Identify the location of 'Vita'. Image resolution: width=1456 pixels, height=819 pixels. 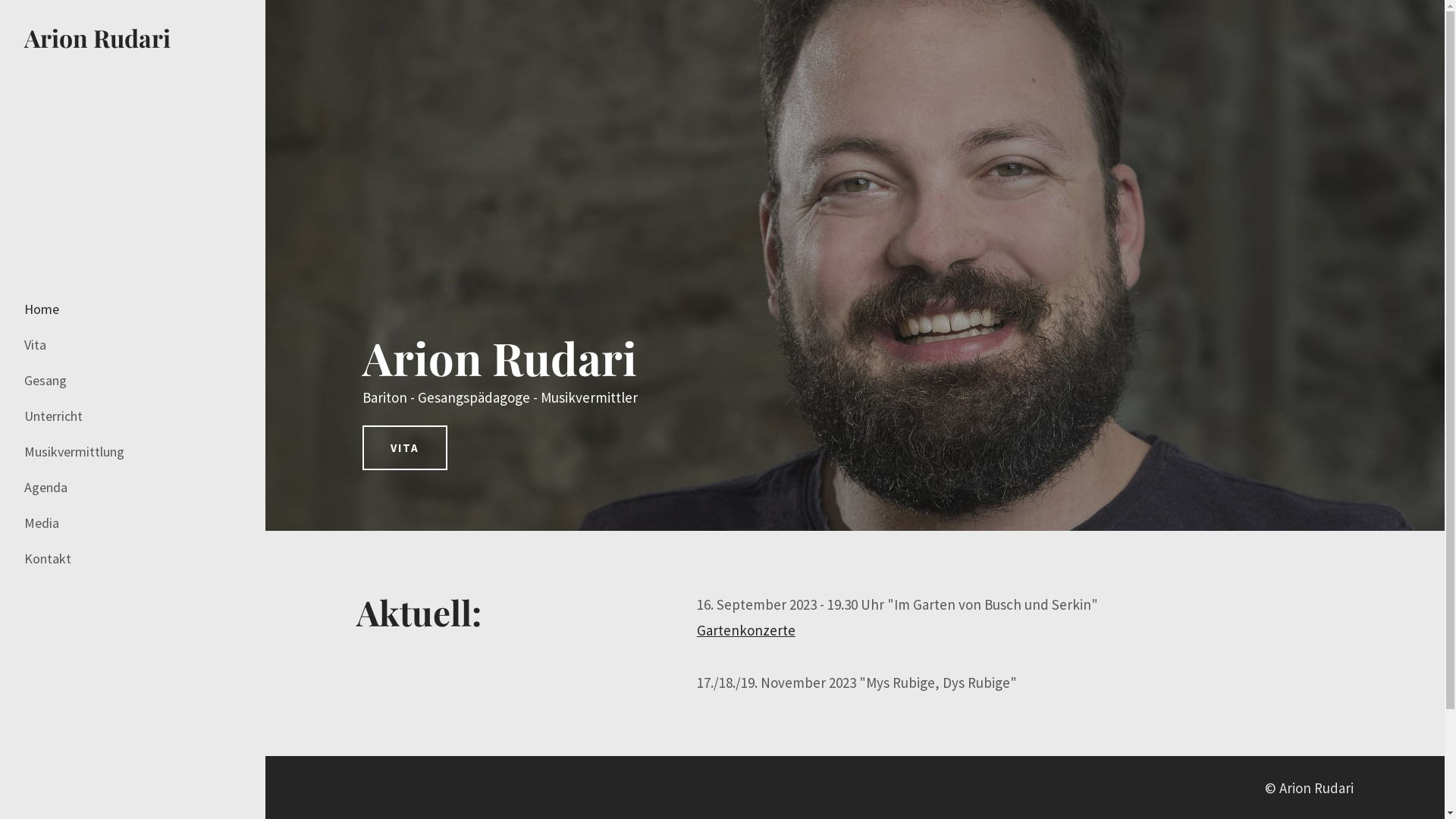
(39, 345).